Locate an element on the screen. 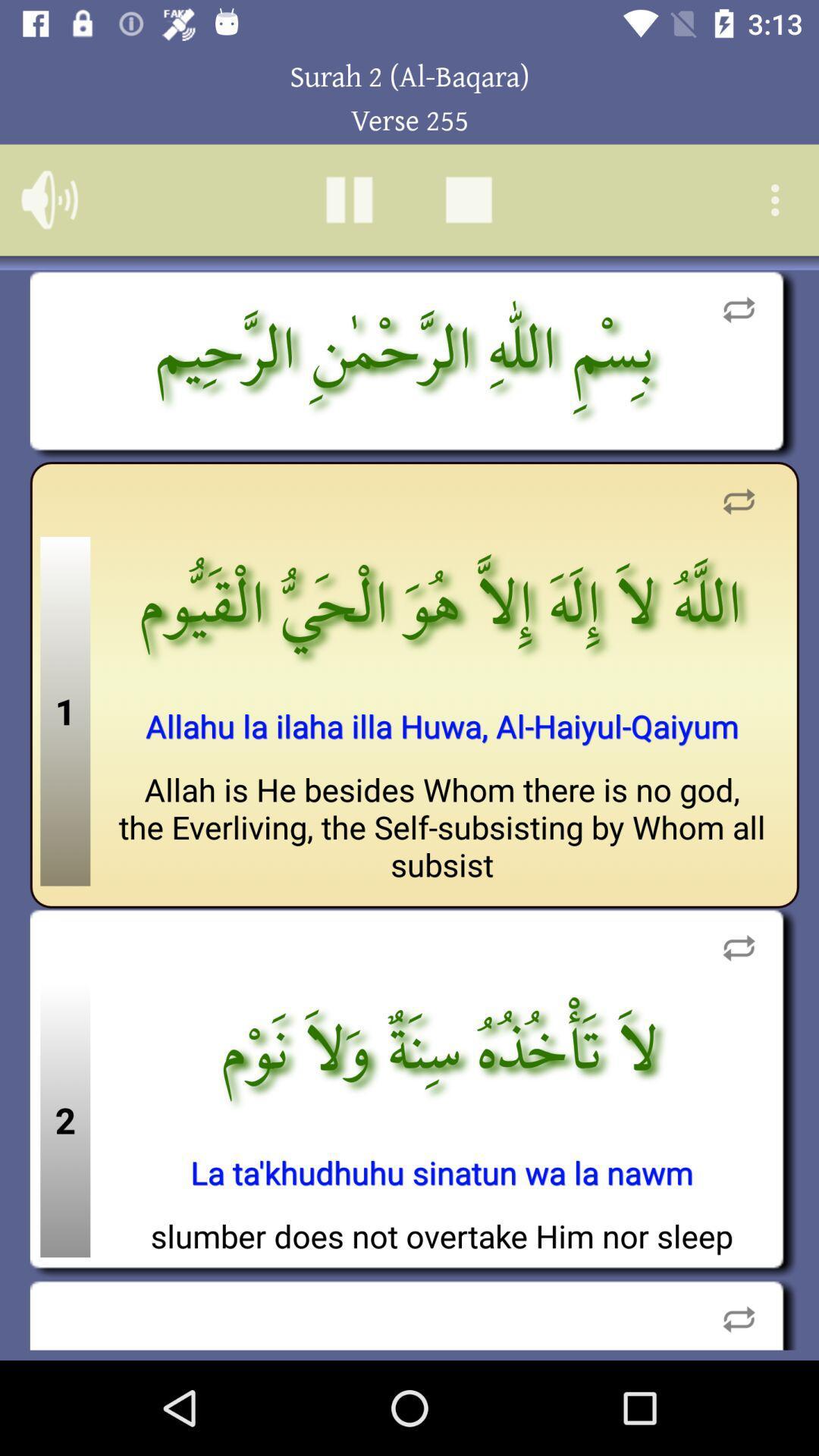 The image size is (819, 1456). icon at the top left corner is located at coordinates (49, 199).